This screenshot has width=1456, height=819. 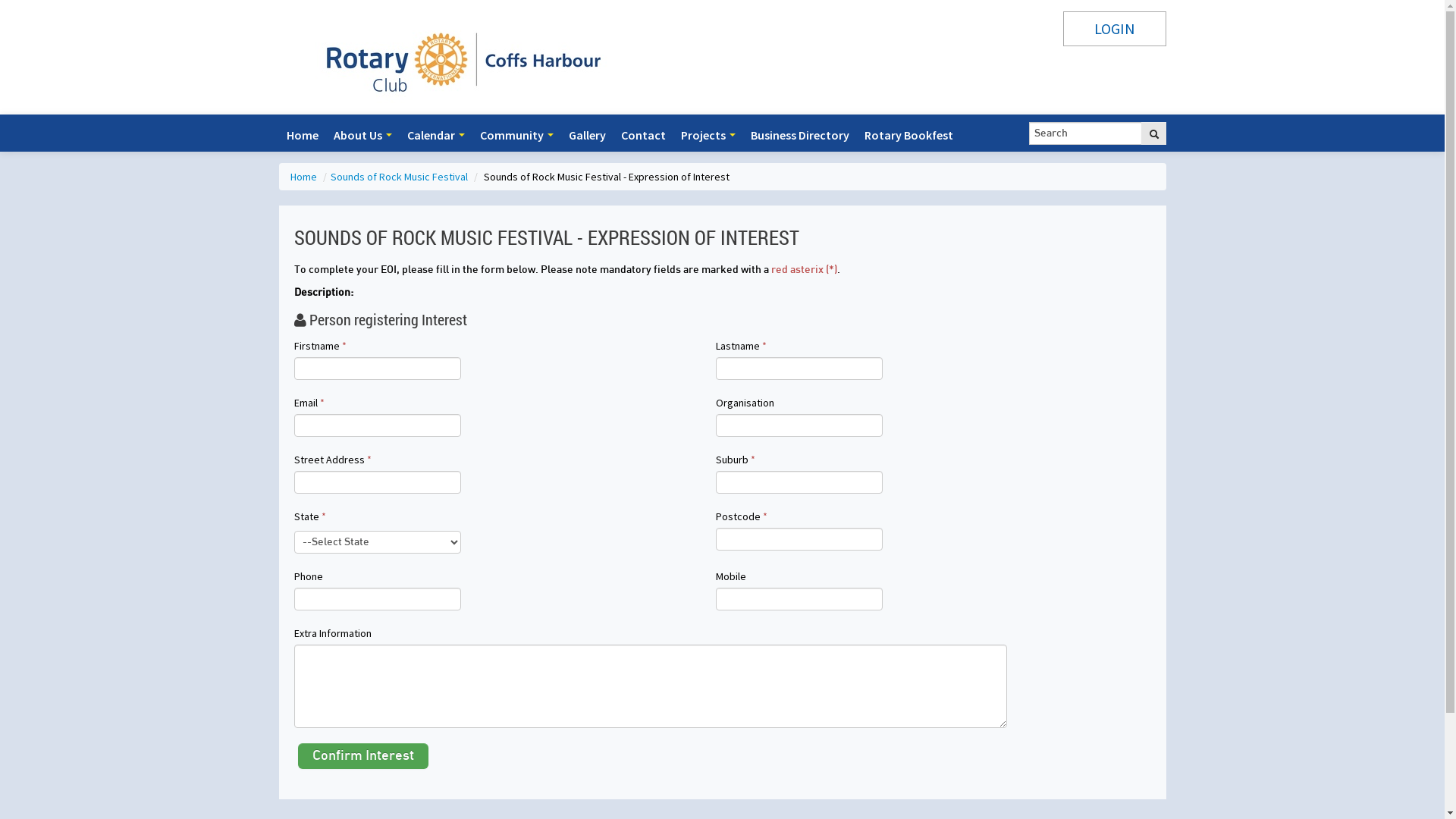 I want to click on 'Home', so click(x=303, y=175).